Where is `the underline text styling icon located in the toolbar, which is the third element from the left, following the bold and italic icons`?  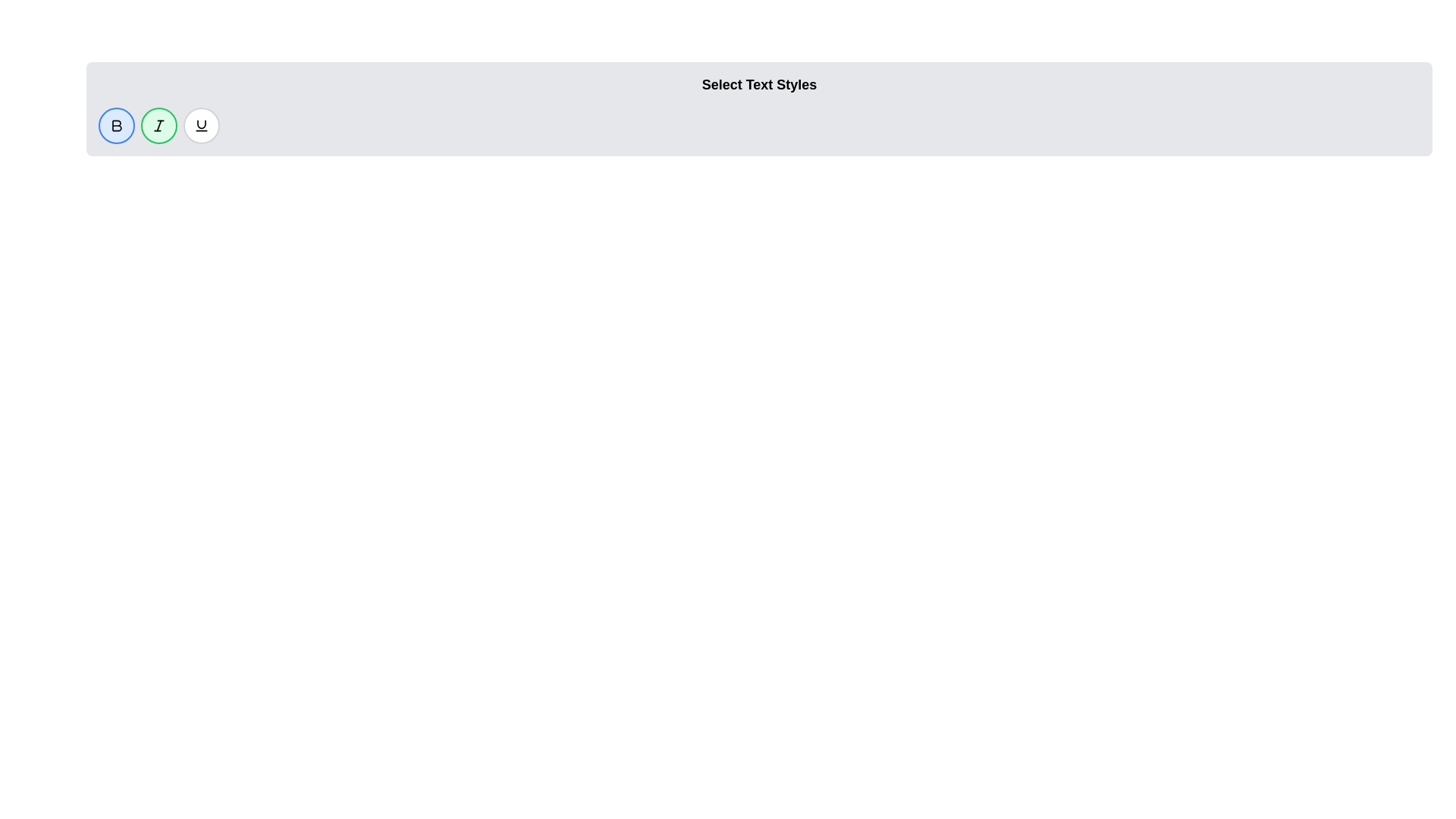
the underline text styling icon located in the toolbar, which is the third element from the left, following the bold and italic icons is located at coordinates (200, 124).